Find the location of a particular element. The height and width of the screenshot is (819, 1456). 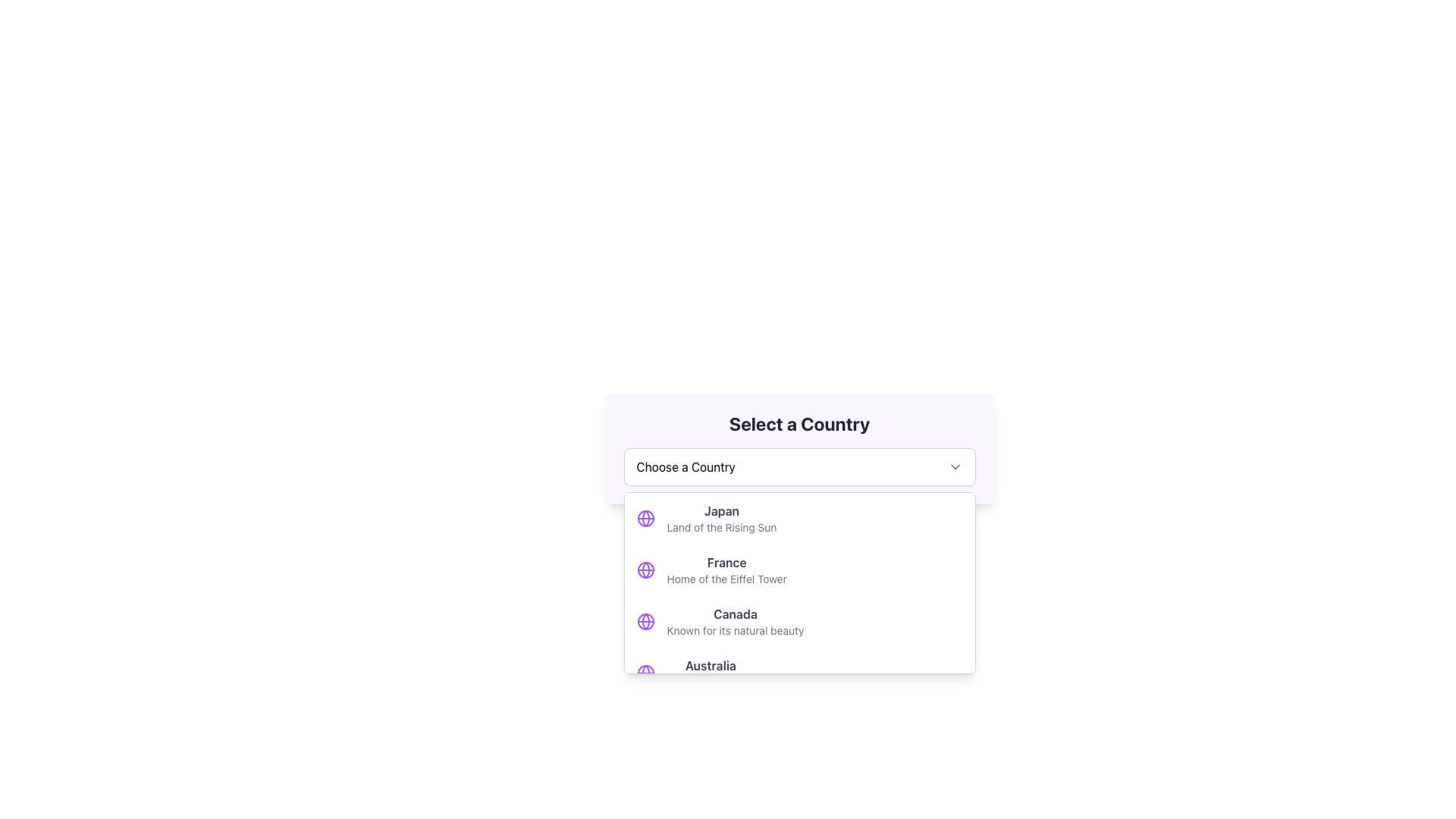

the globe icon representing Canada, which is styled in purple and located on the left side of the list item labeled 'Canada' with the subtitle 'Known for its natural beauty' is located at coordinates (645, 622).